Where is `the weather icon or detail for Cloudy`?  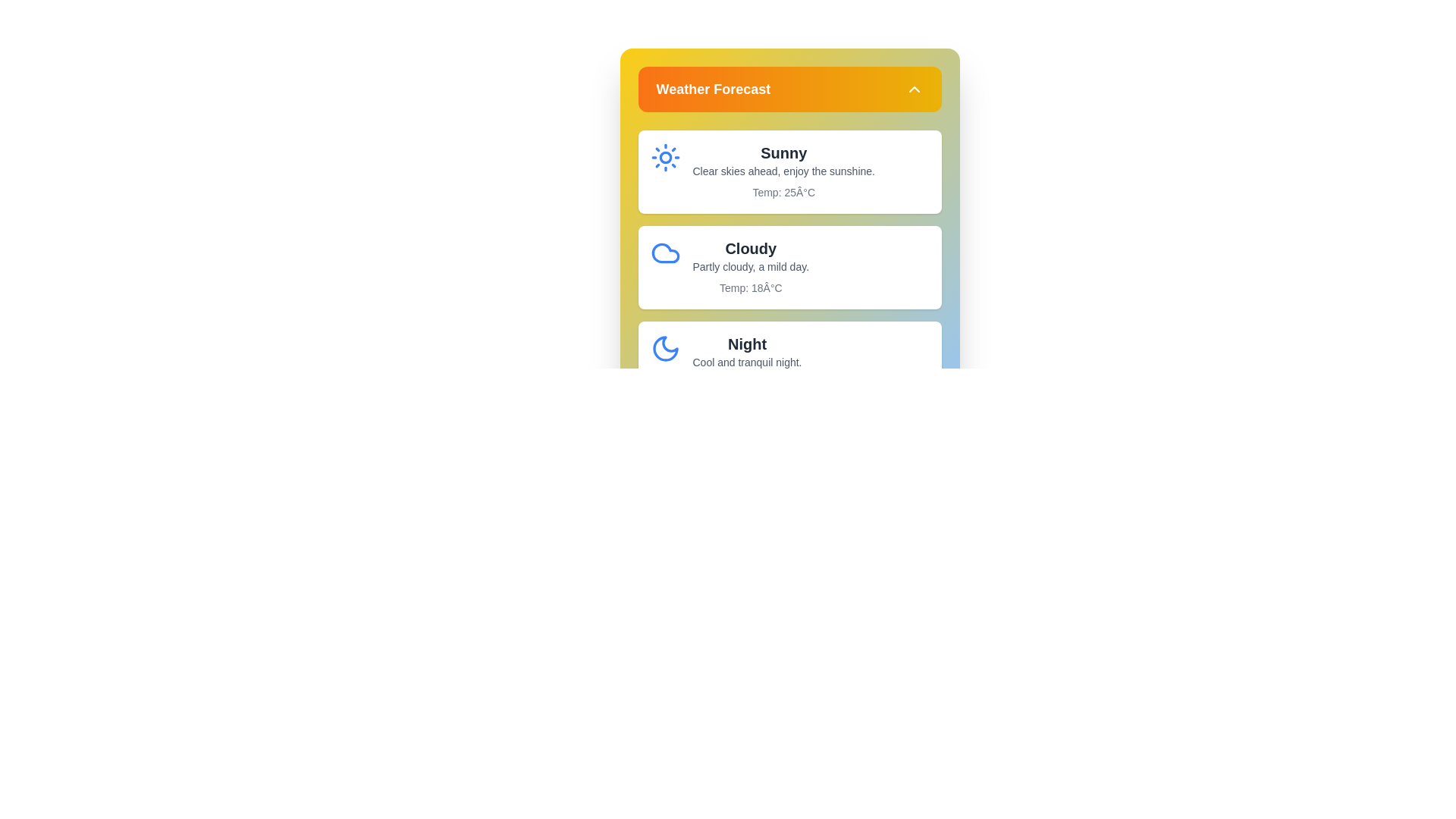
the weather icon or detail for Cloudy is located at coordinates (665, 253).